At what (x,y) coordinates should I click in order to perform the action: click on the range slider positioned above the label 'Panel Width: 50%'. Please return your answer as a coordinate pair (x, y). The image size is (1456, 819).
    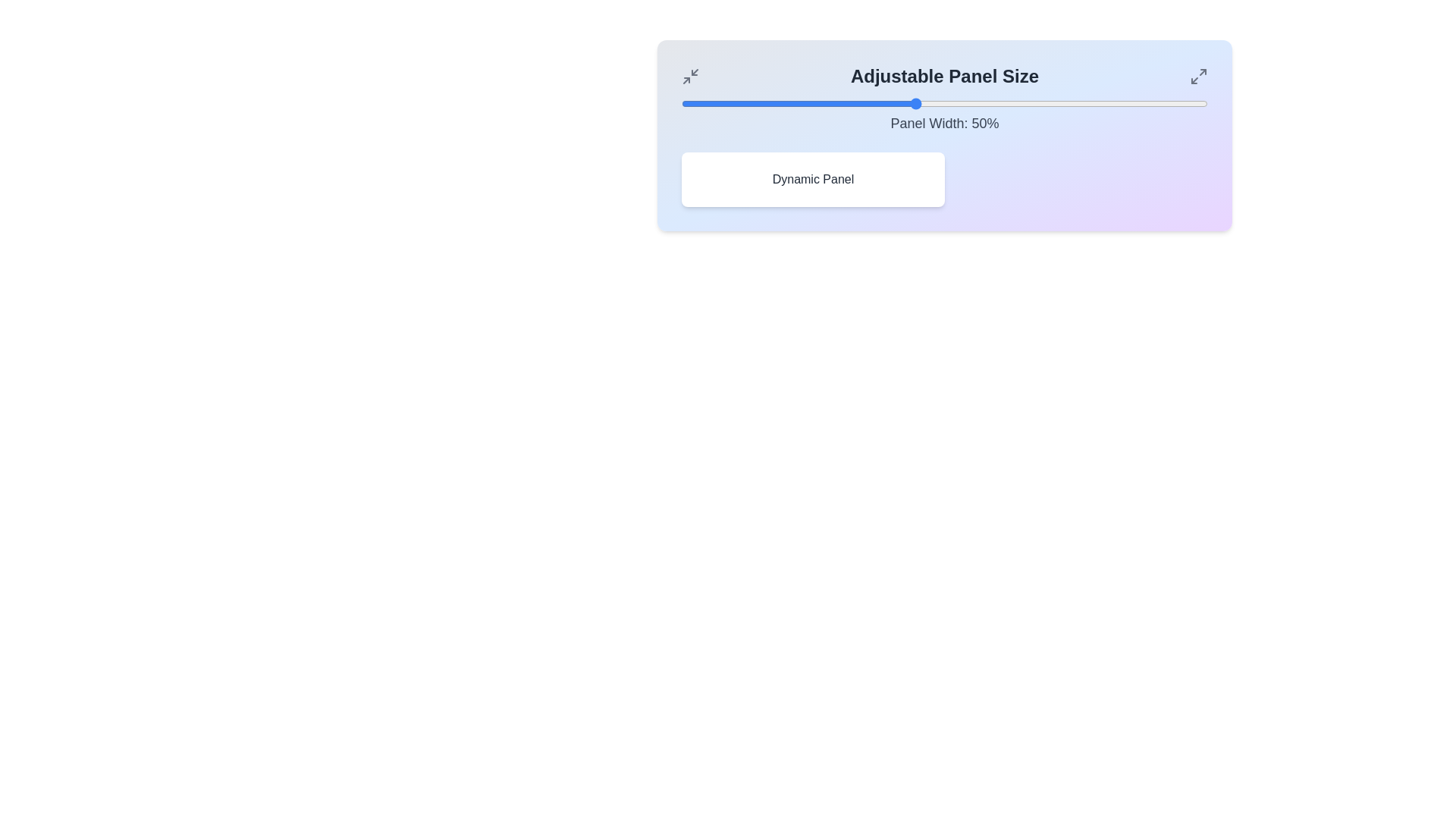
    Looking at the image, I should click on (944, 103).